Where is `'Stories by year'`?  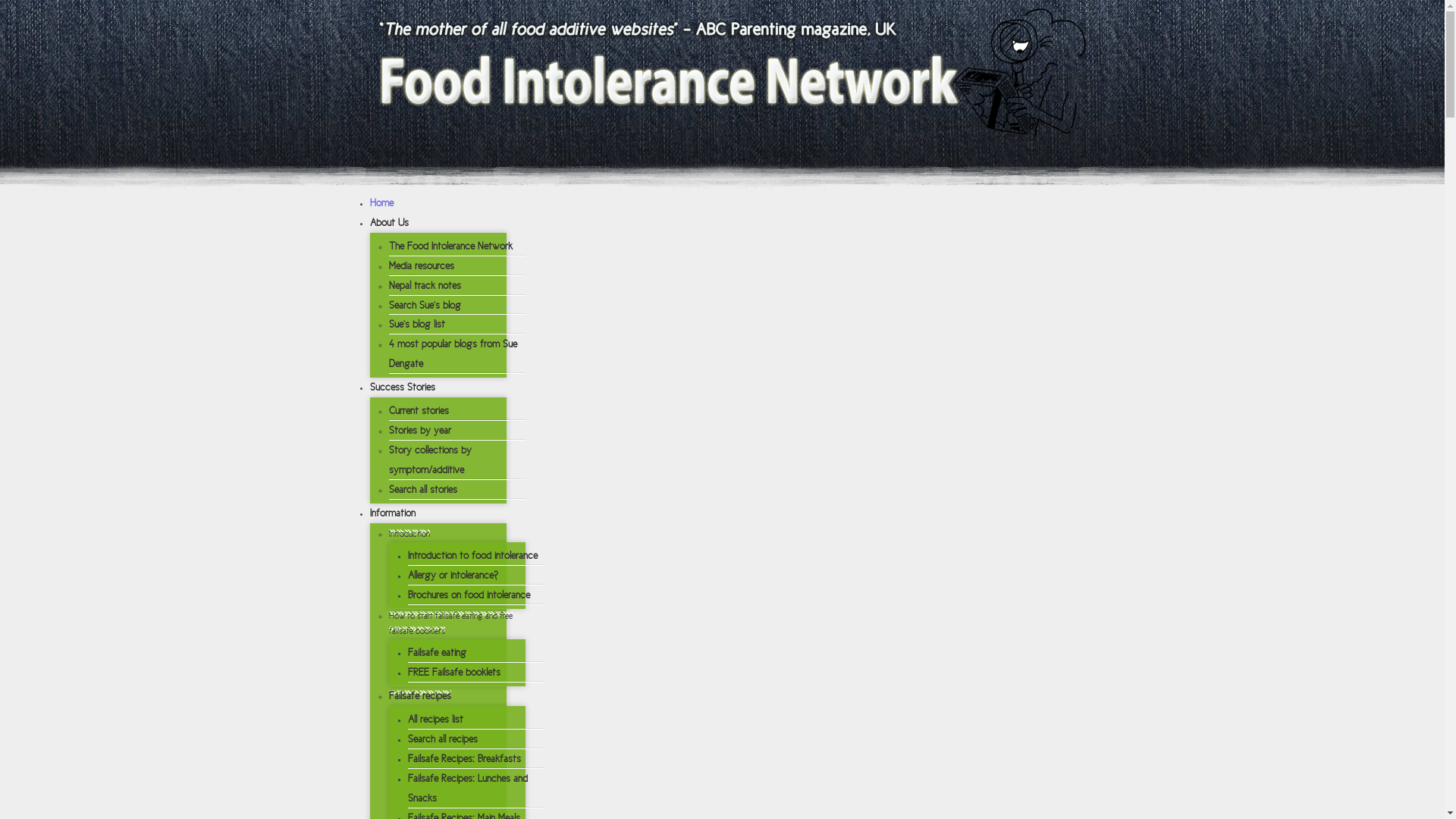
'Stories by year' is located at coordinates (419, 430).